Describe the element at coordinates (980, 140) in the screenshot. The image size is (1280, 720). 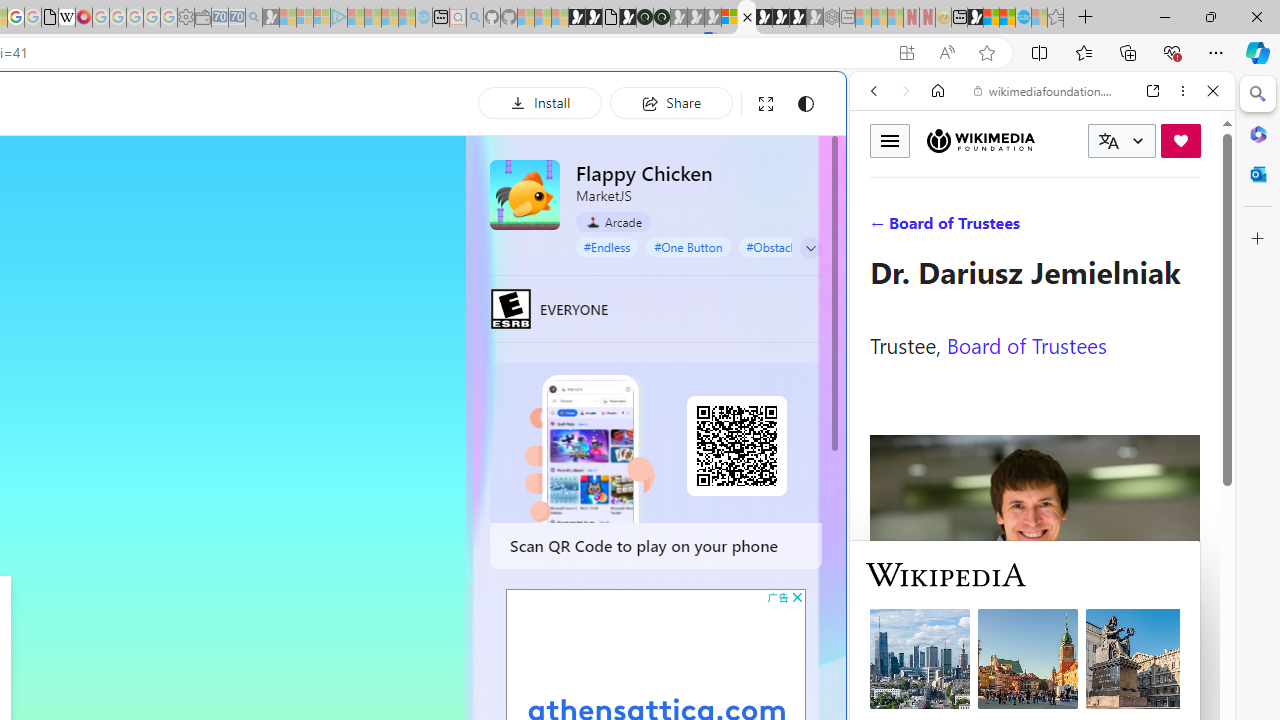
I see `'Wikimedia Foundation'` at that location.